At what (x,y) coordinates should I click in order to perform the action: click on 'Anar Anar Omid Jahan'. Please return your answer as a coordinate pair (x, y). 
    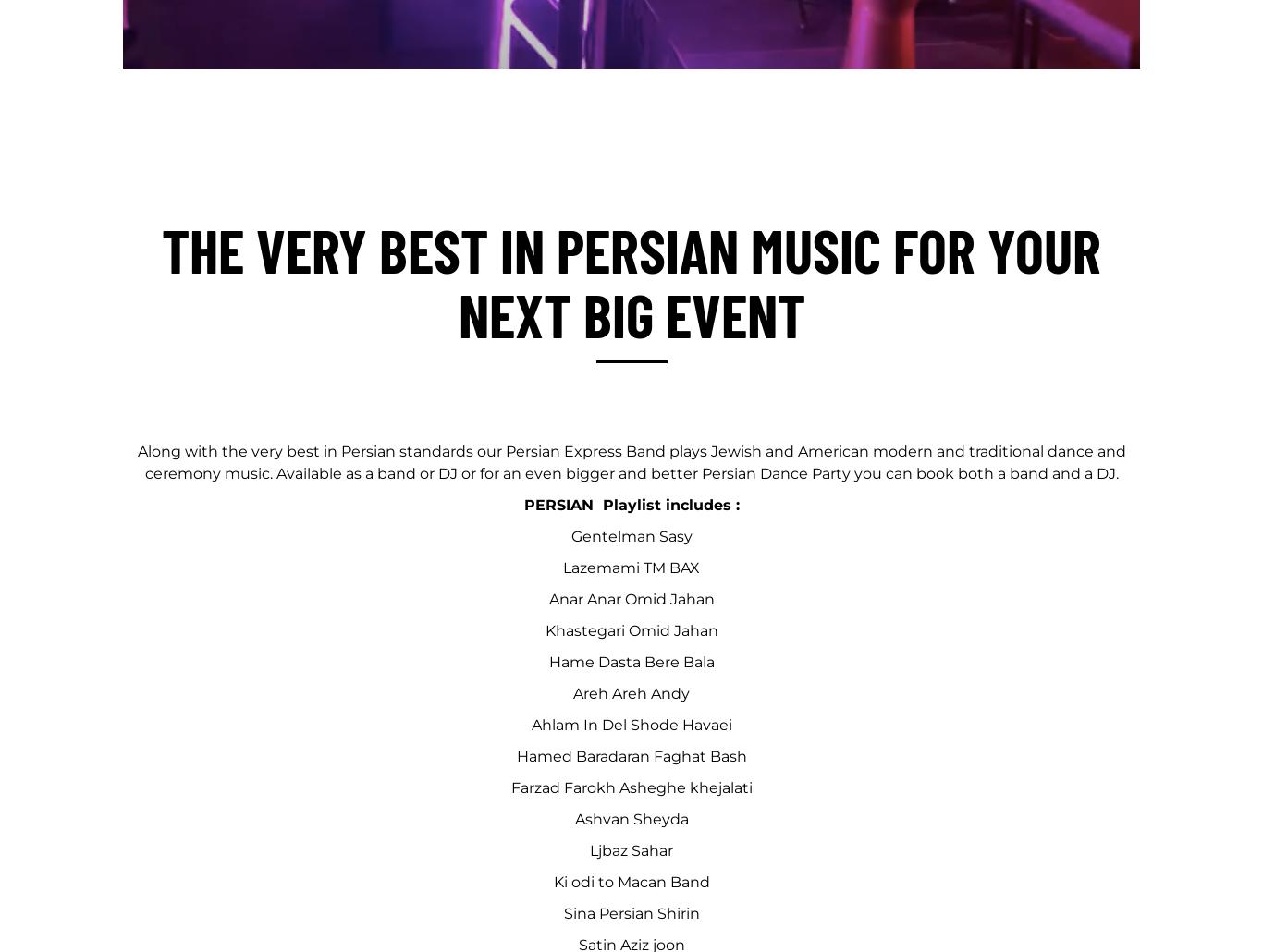
    Looking at the image, I should click on (630, 598).